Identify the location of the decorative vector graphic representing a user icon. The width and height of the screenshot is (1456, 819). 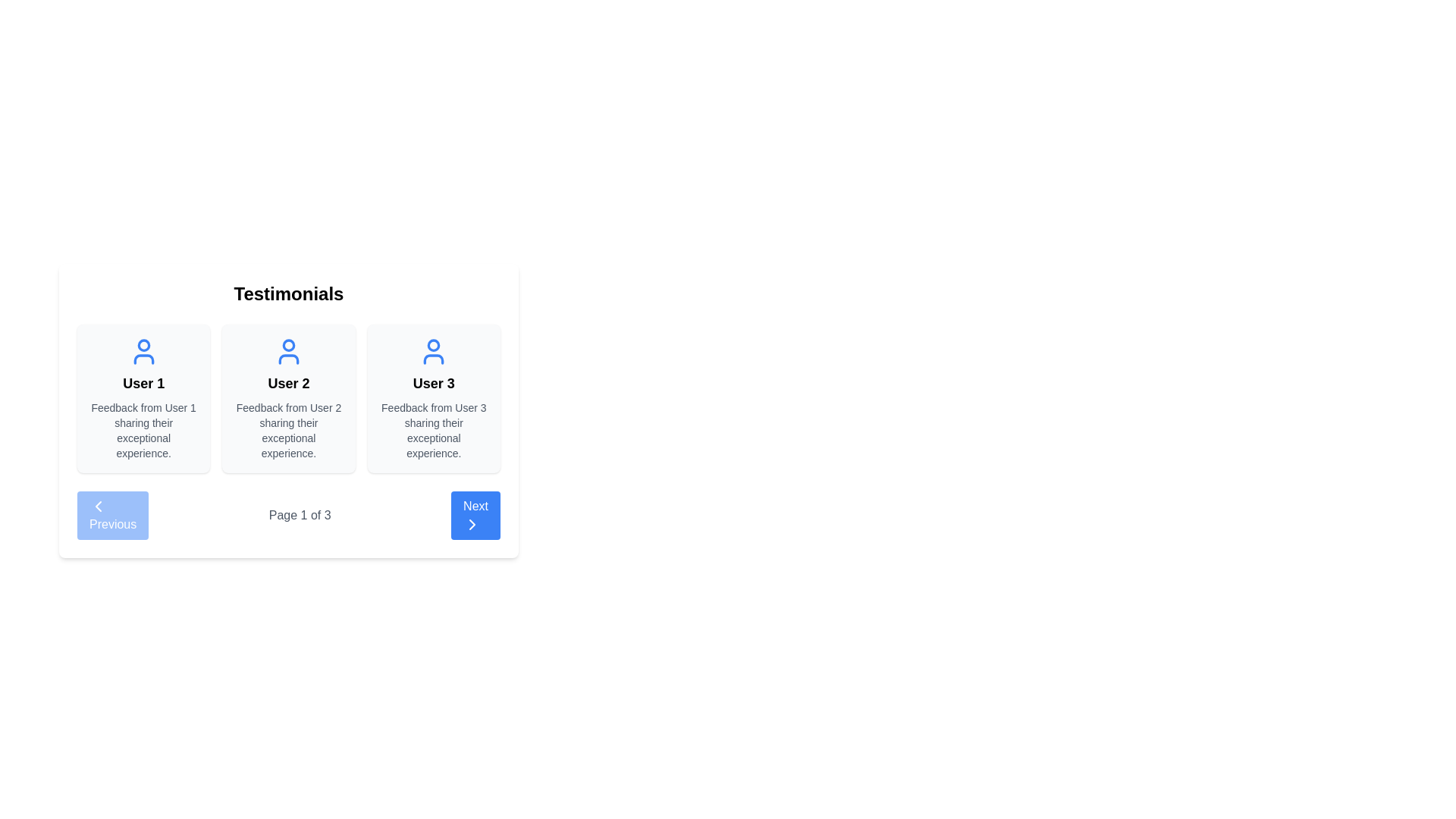
(433, 359).